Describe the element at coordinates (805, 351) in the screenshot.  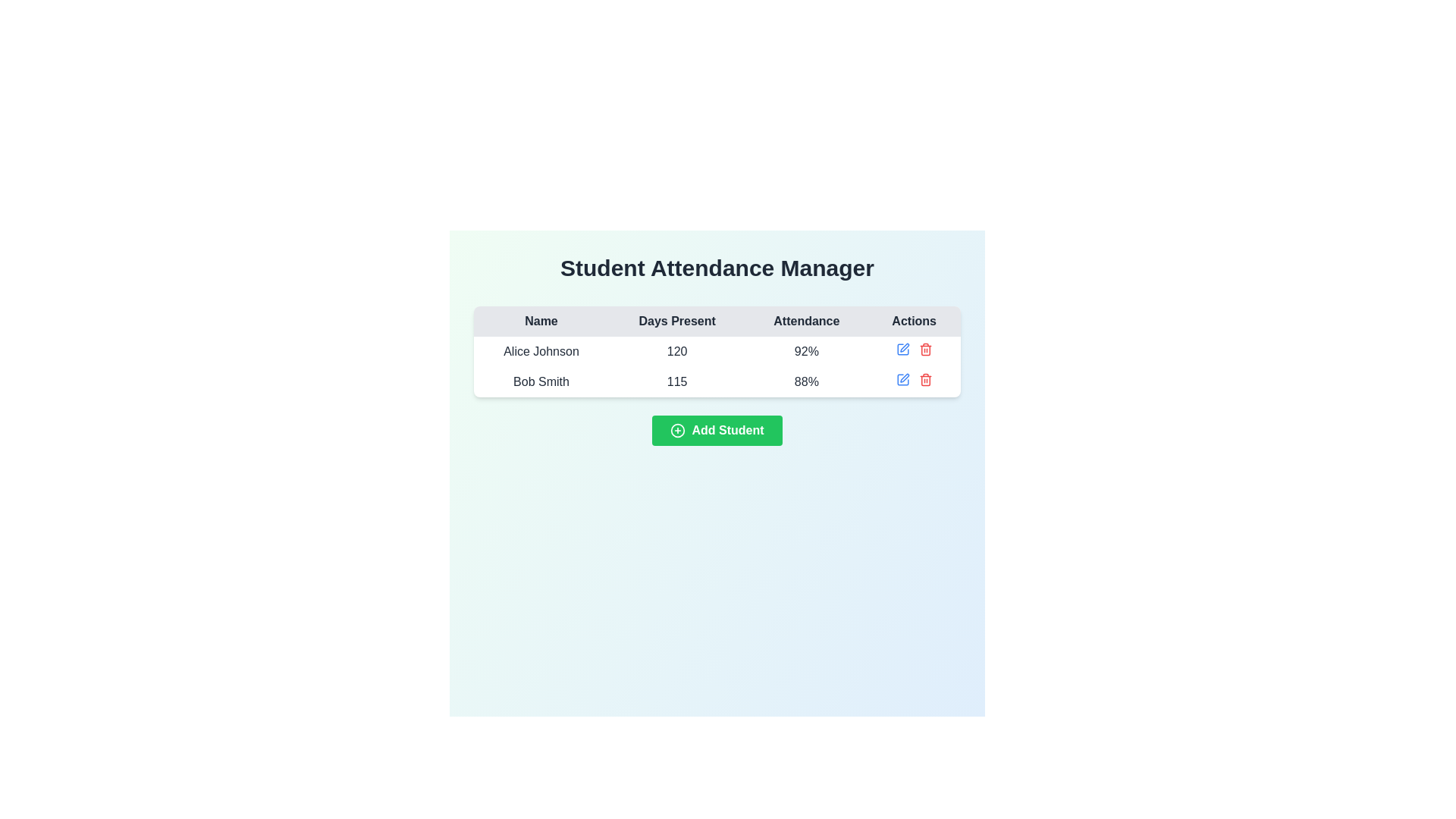
I see `the attendance percentage display for Alice Johnson, which shows 92% in the Attendance row of the table` at that location.